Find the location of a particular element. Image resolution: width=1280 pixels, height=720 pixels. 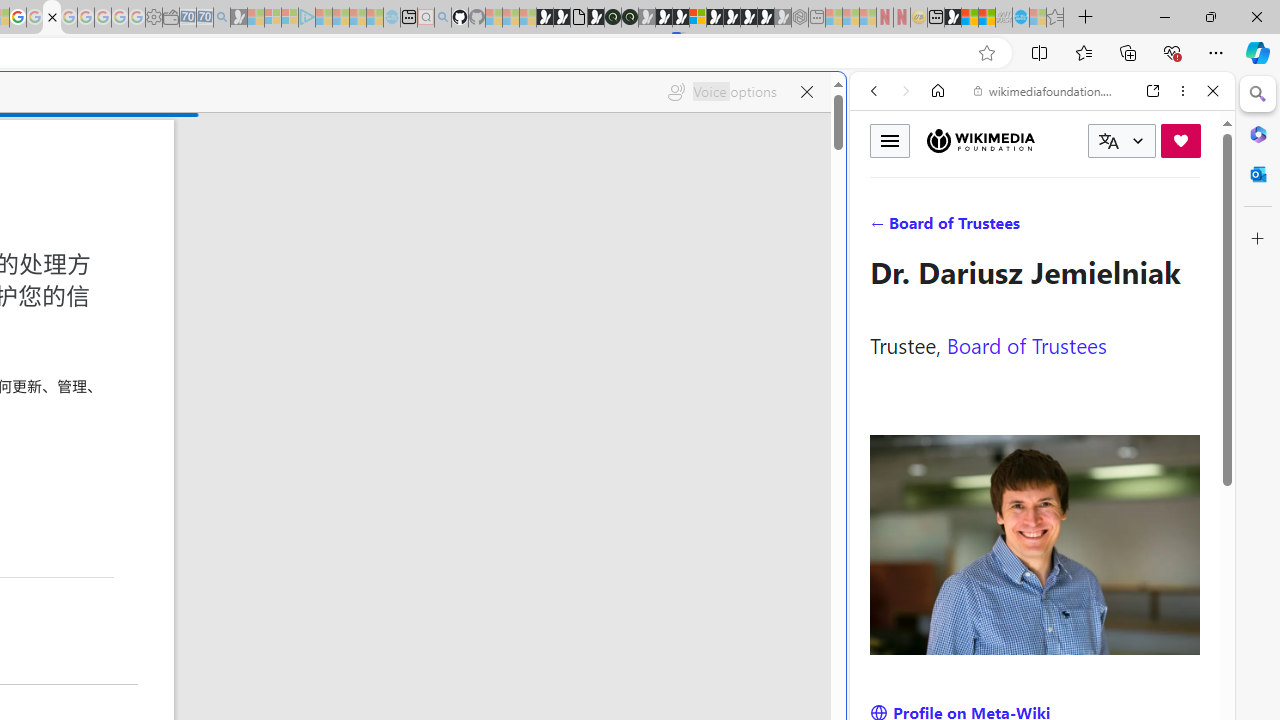

'Class: i icon icon-translate language-switcher__icon' is located at coordinates (1108, 140).